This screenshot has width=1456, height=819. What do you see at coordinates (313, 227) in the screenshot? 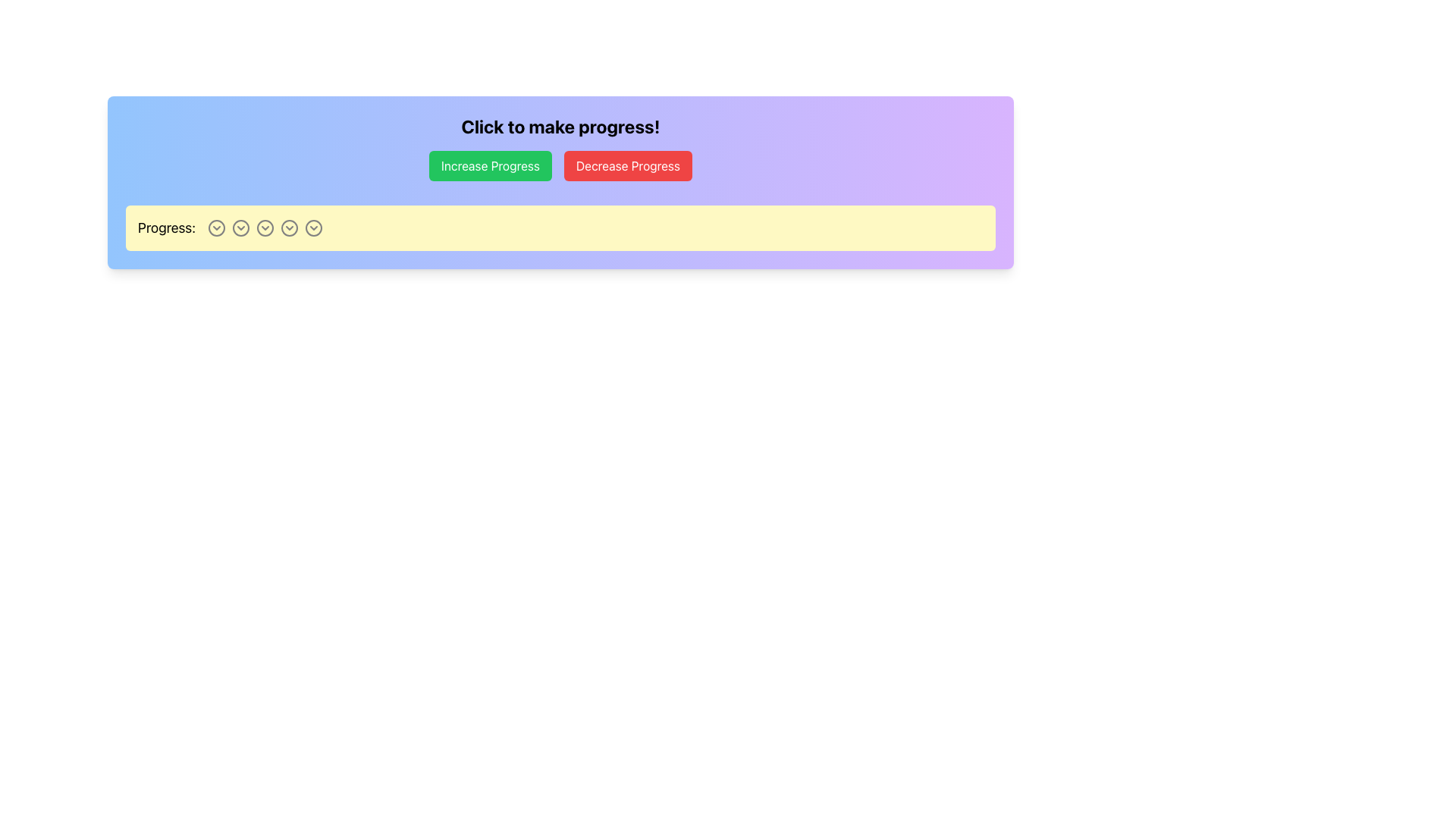
I see `Circle element within the chevron-down icon located on the rightmost side of the progress indicator row using developer tools` at bounding box center [313, 227].